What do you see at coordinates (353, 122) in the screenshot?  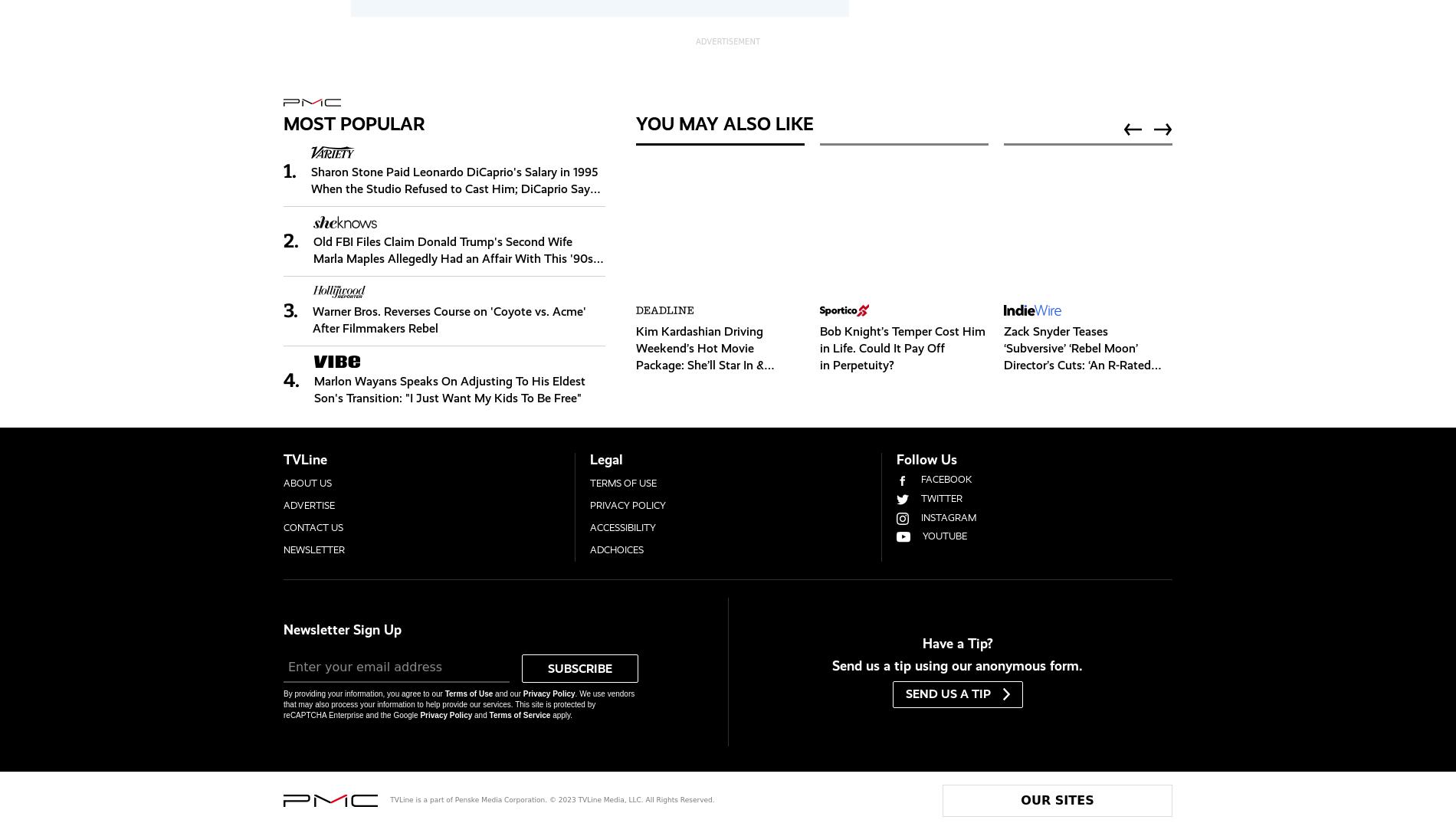 I see `'Most Popular'` at bounding box center [353, 122].